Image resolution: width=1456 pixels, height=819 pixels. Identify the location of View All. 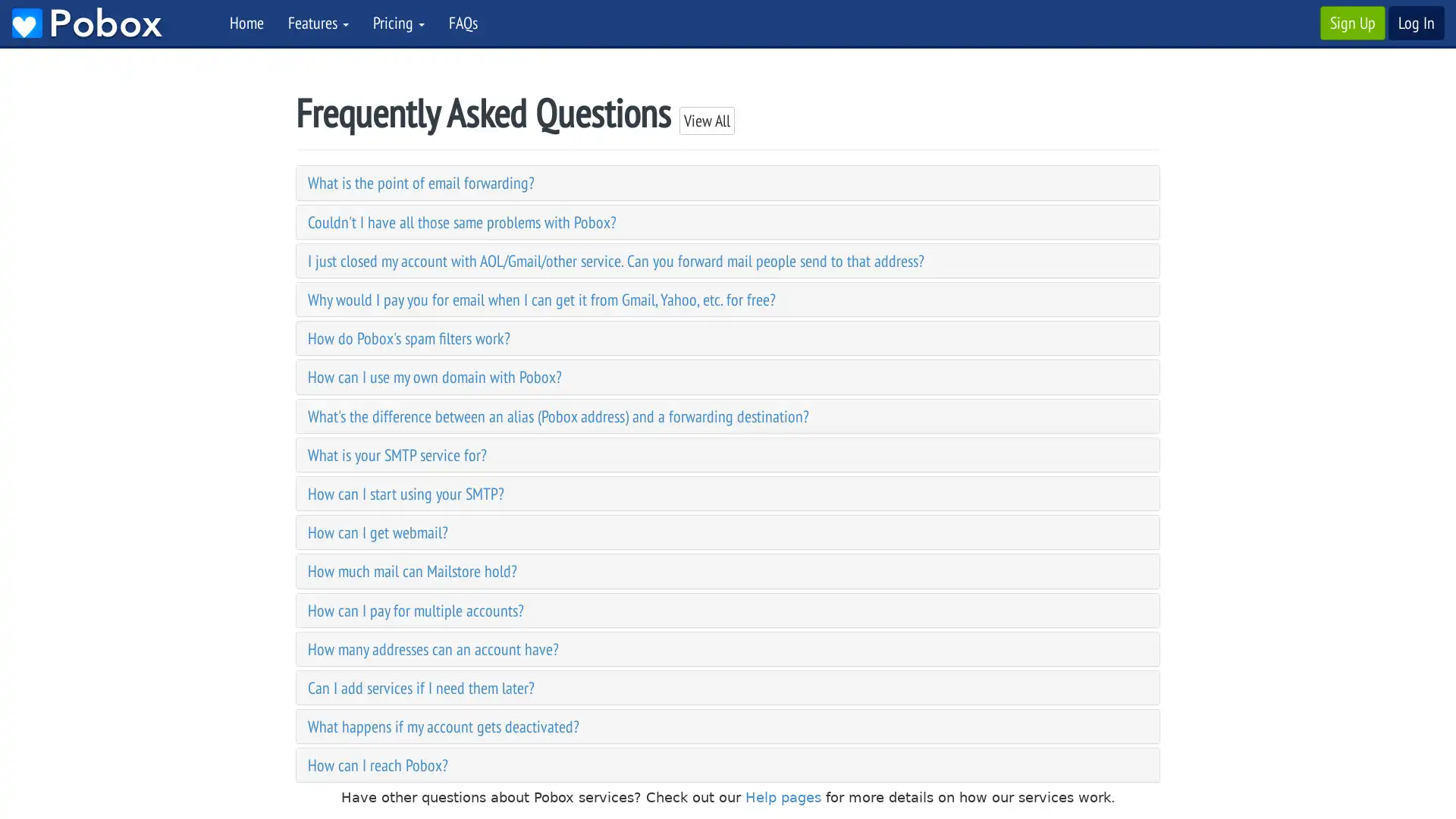
(706, 120).